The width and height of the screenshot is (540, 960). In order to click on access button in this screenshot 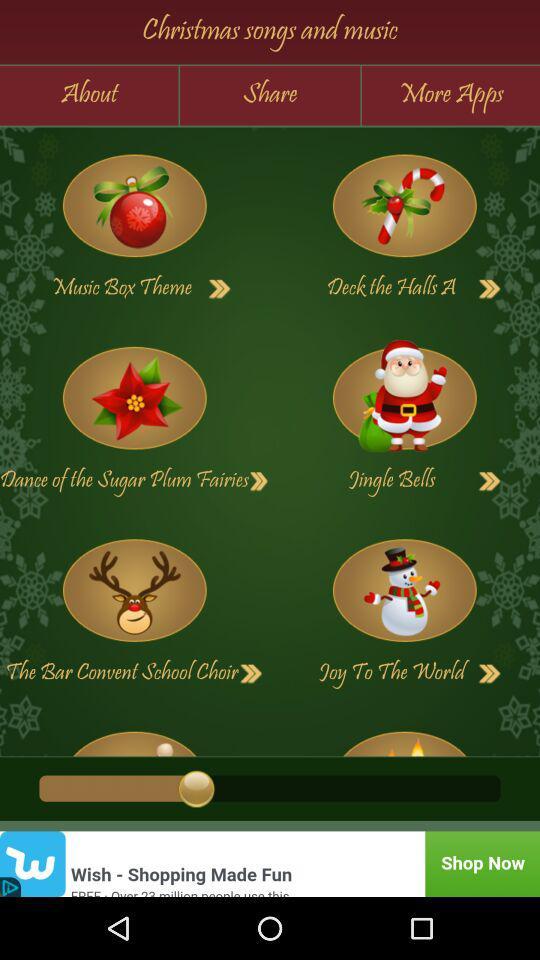, I will do `click(259, 480)`.